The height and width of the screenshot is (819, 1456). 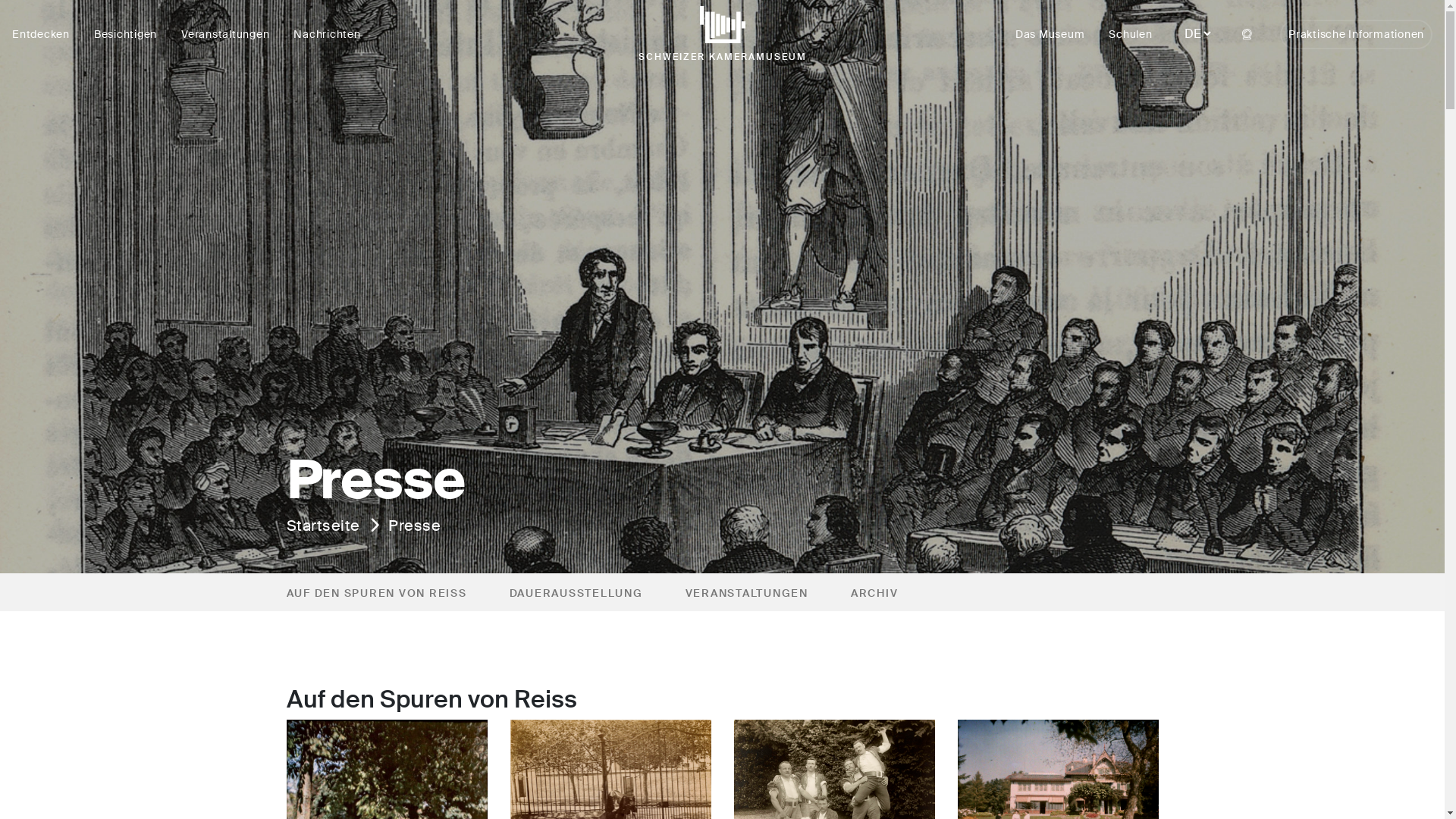 What do you see at coordinates (1050, 34) in the screenshot?
I see `'Das Museum'` at bounding box center [1050, 34].